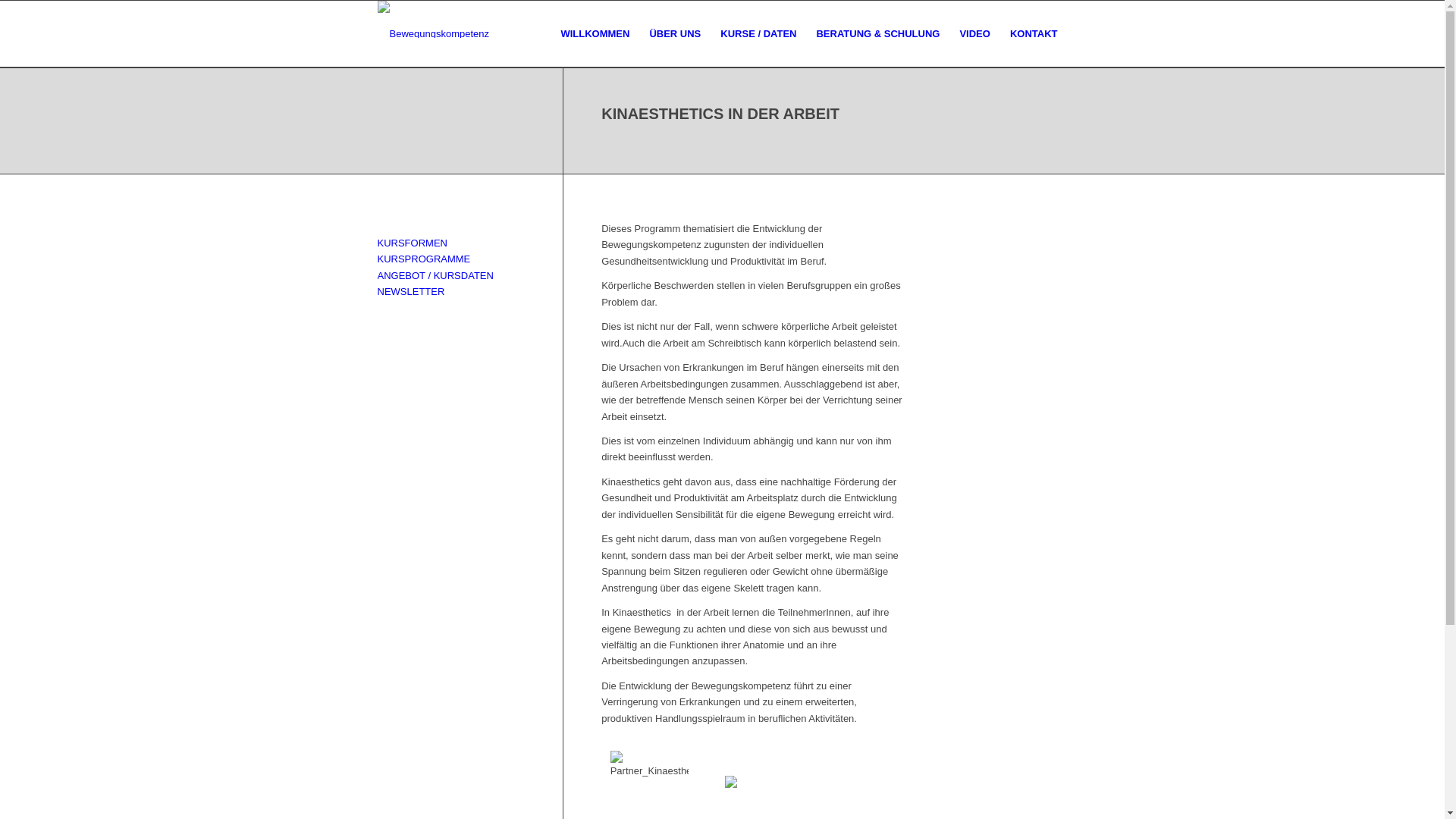 This screenshot has width=1456, height=819. I want to click on 'BERATUNG & SCHULUNG', so click(877, 34).